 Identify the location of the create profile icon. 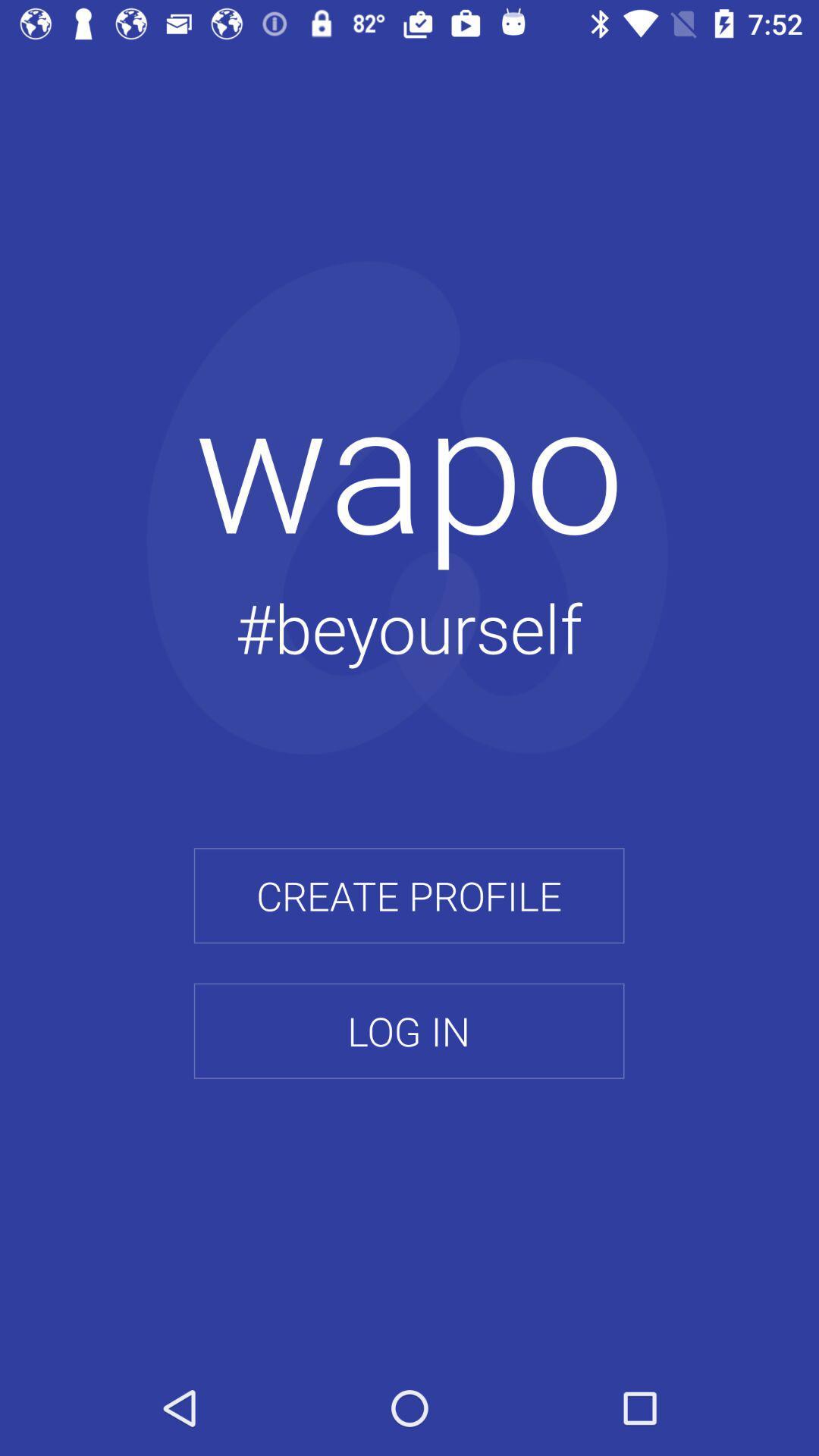
(408, 896).